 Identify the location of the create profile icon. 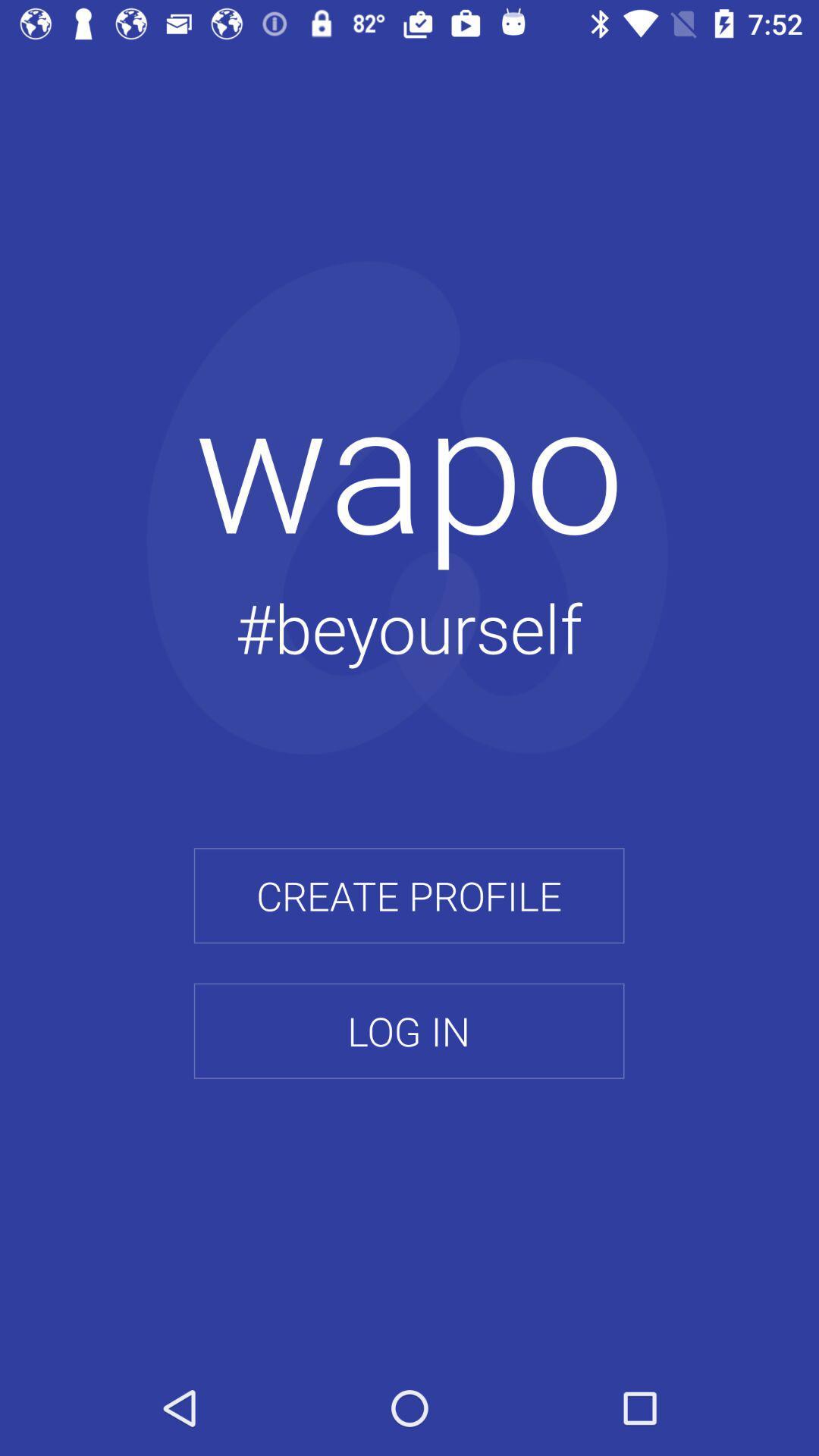
(408, 896).